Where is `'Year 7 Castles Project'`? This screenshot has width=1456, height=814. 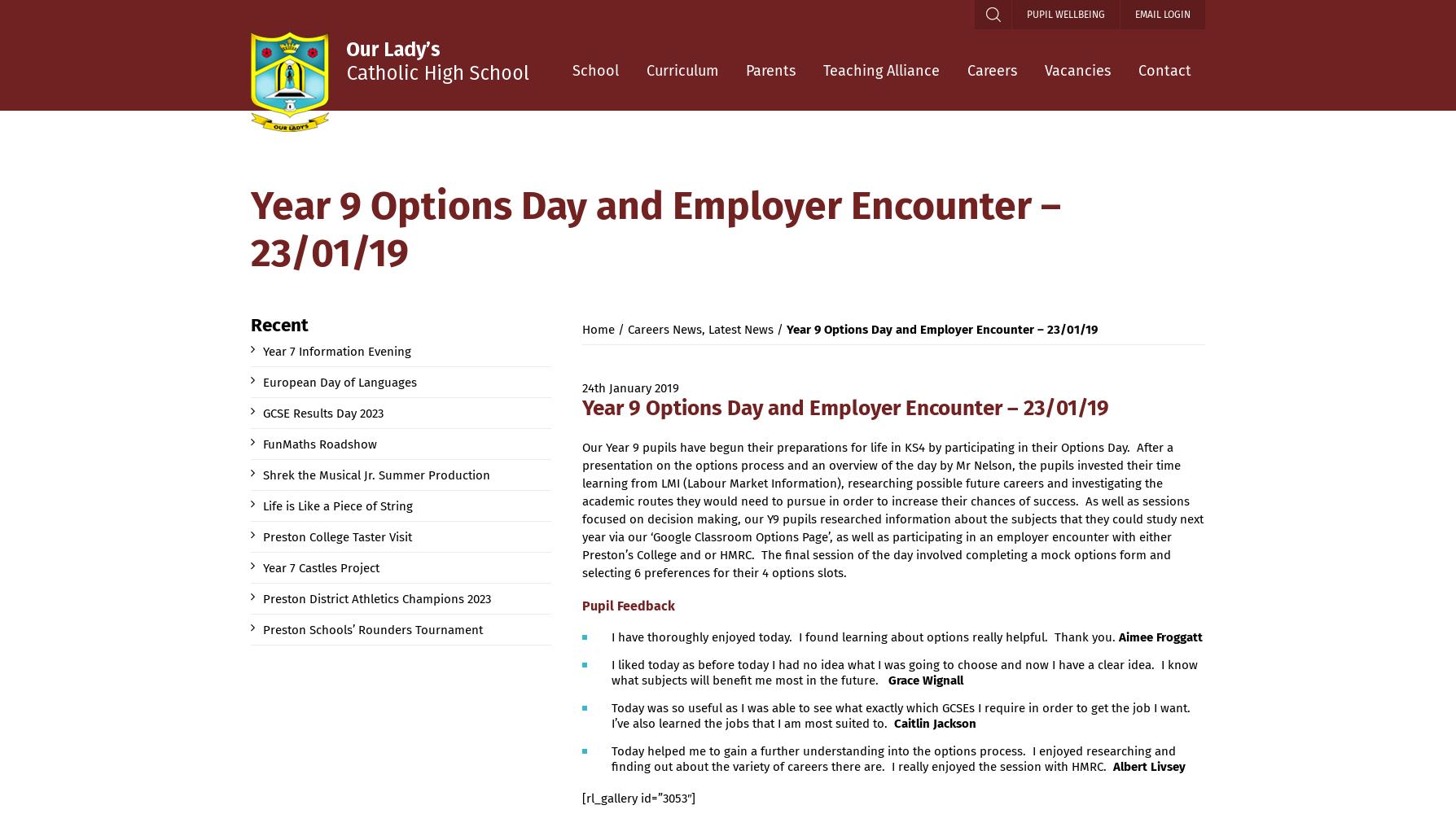
'Year 7 Castles Project' is located at coordinates (320, 567).